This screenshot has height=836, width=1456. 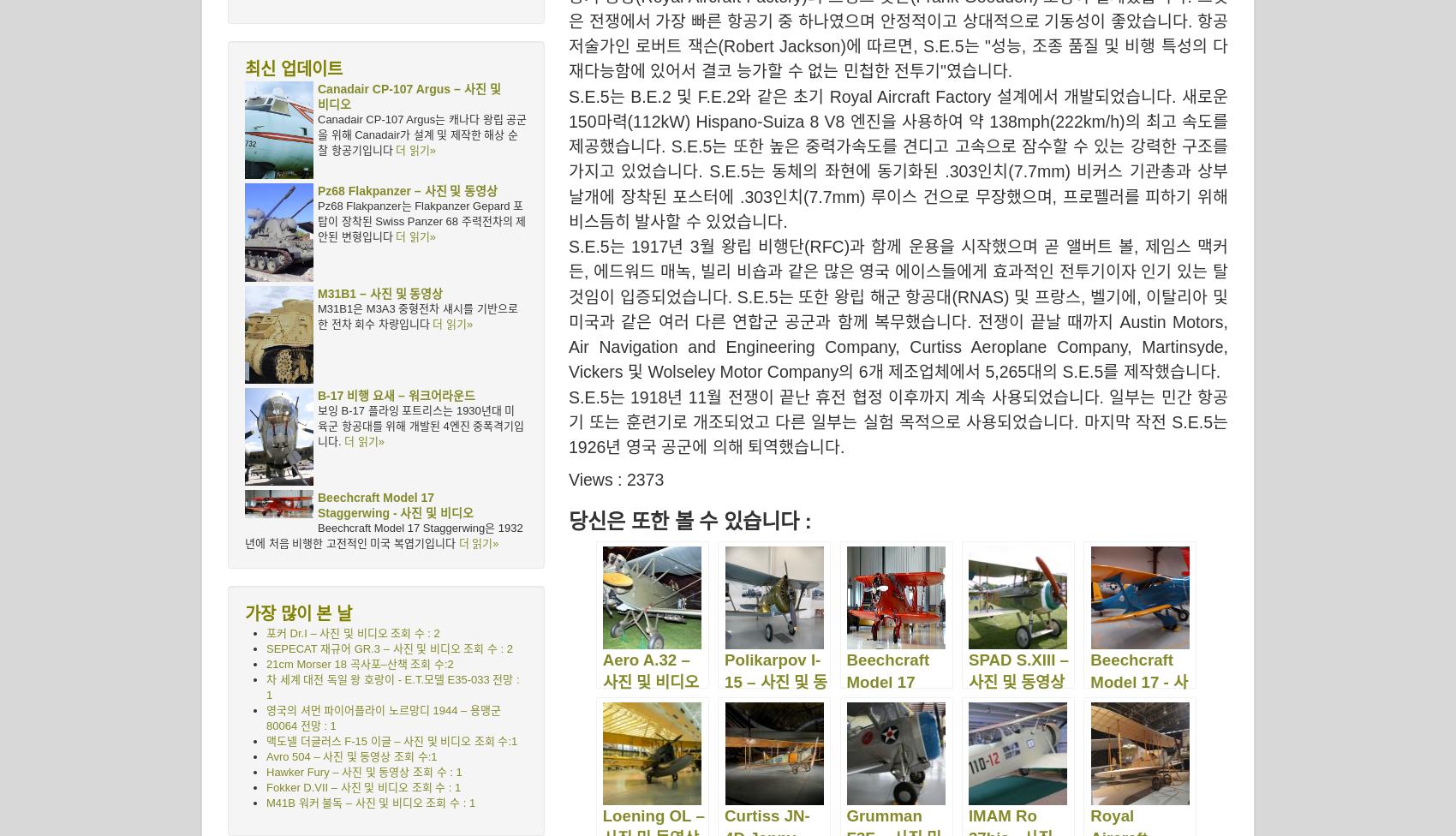 What do you see at coordinates (898, 421) in the screenshot?
I see `'S.E.5는 1918년 11월 전쟁이 끝난 휴전 협정 이후까지 계속 사용되었습니다. 일부는 민간 항공기 또는 훈련기로 개조되었고 다른 일부는 실험 목적으로 사용되었습니다. 마지막 작전 S.E.5는 1926년 영국 공군에 의해 퇴역했습니다.'` at bounding box center [898, 421].